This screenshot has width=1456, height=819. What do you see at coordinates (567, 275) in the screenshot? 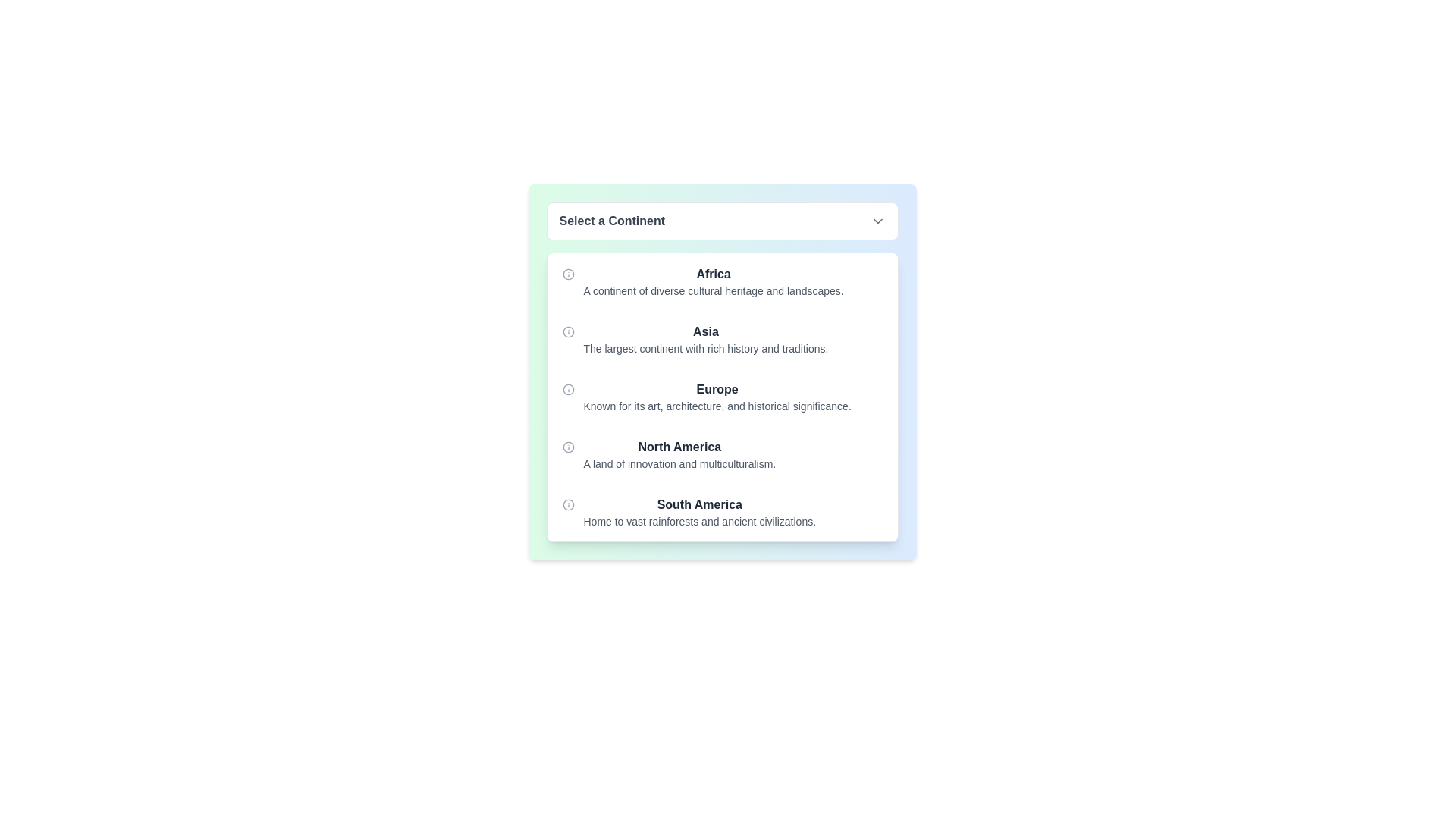
I see `the information icon located to the left of the 'Africa' text` at bounding box center [567, 275].